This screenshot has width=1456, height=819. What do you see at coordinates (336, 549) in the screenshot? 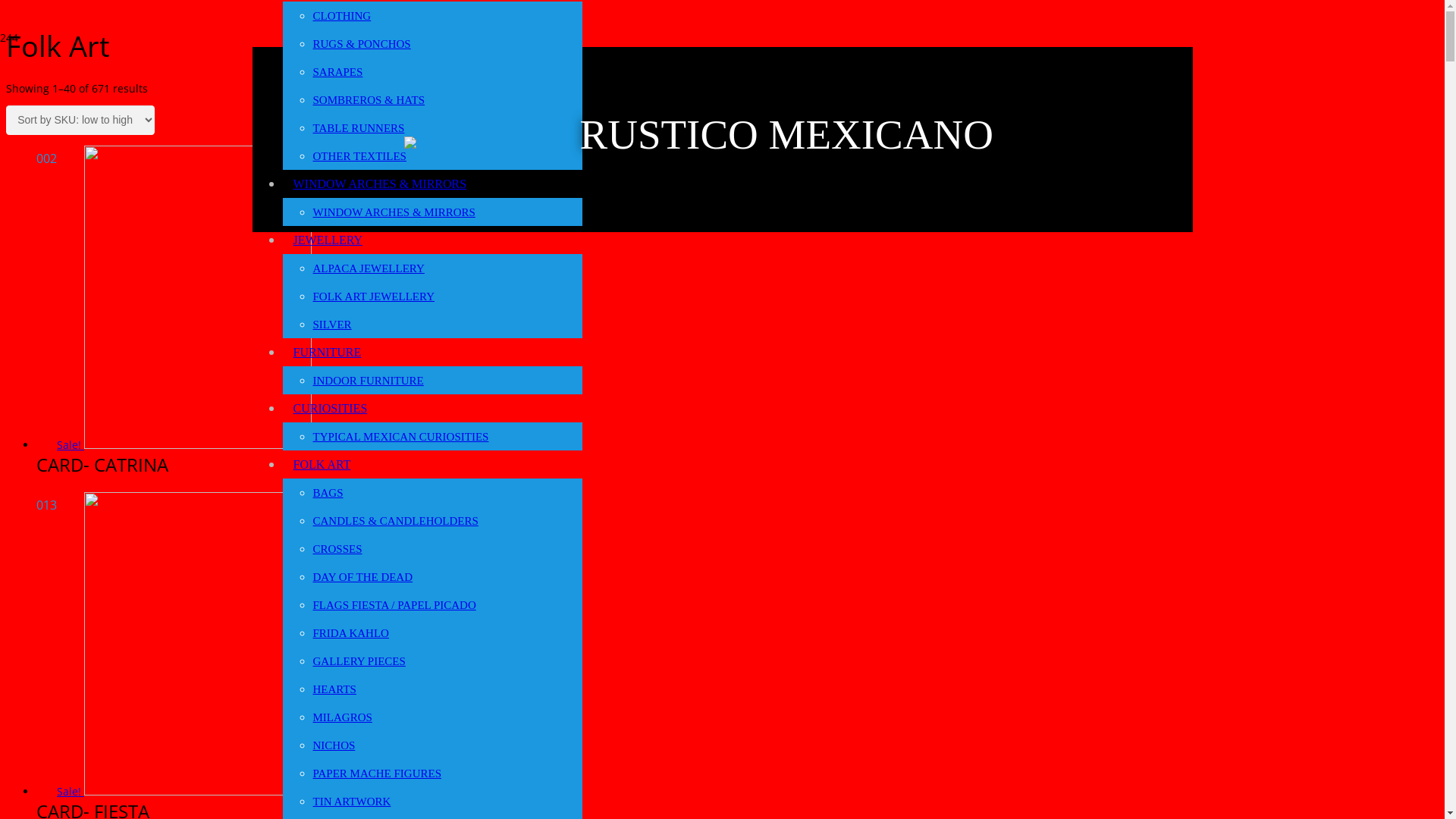
I see `'CROSSES'` at bounding box center [336, 549].